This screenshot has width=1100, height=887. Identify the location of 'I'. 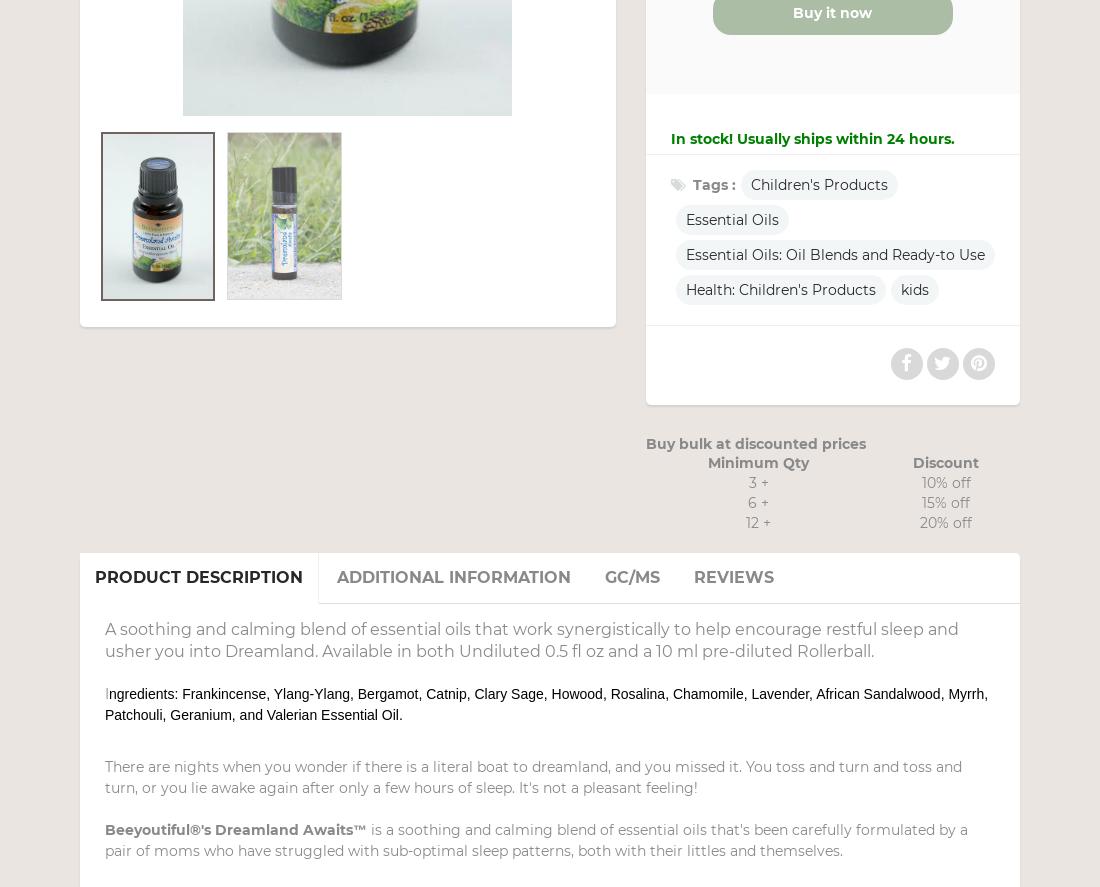
(107, 693).